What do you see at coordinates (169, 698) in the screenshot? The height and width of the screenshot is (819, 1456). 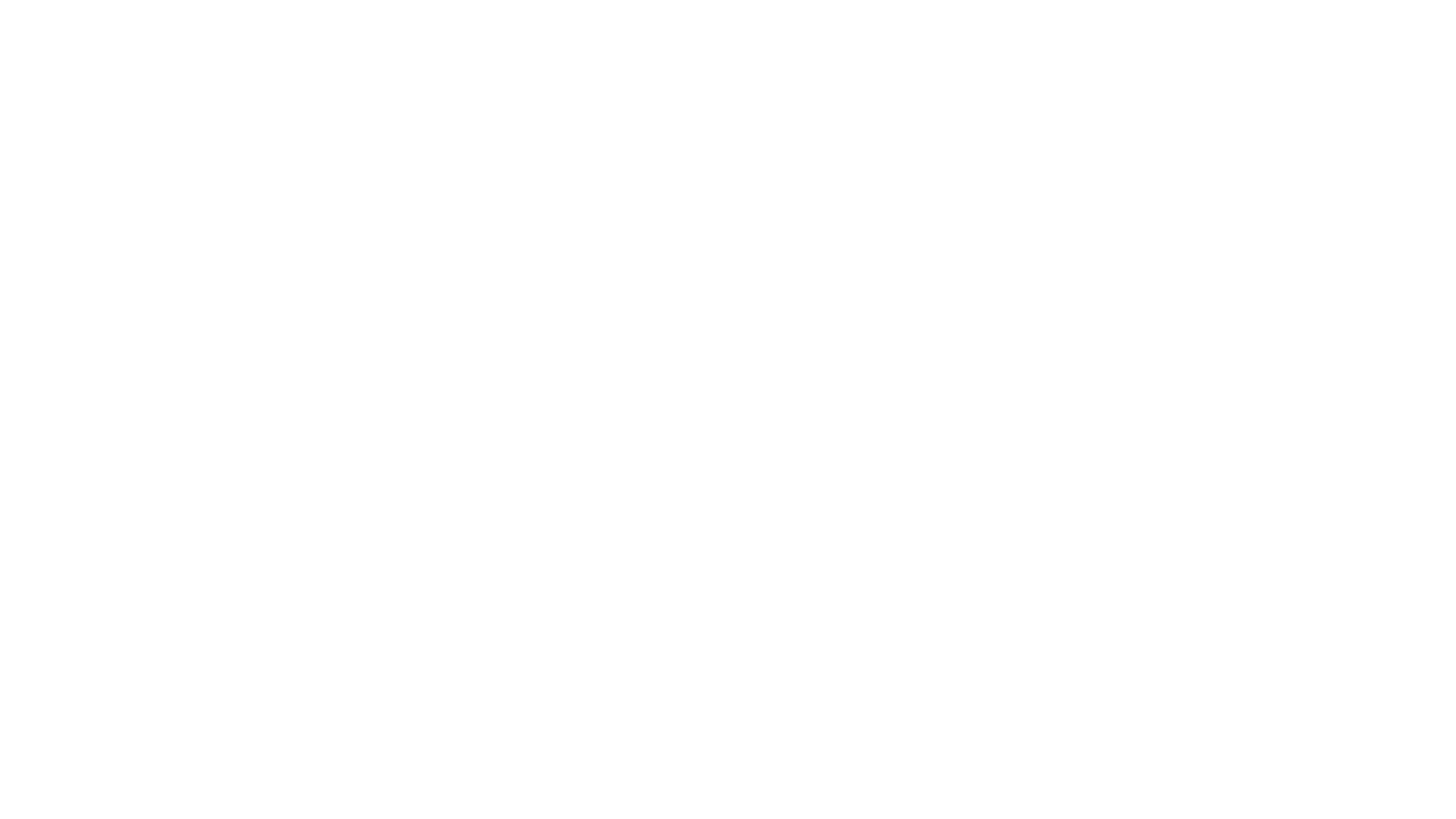 I see `Expand Business` at bounding box center [169, 698].